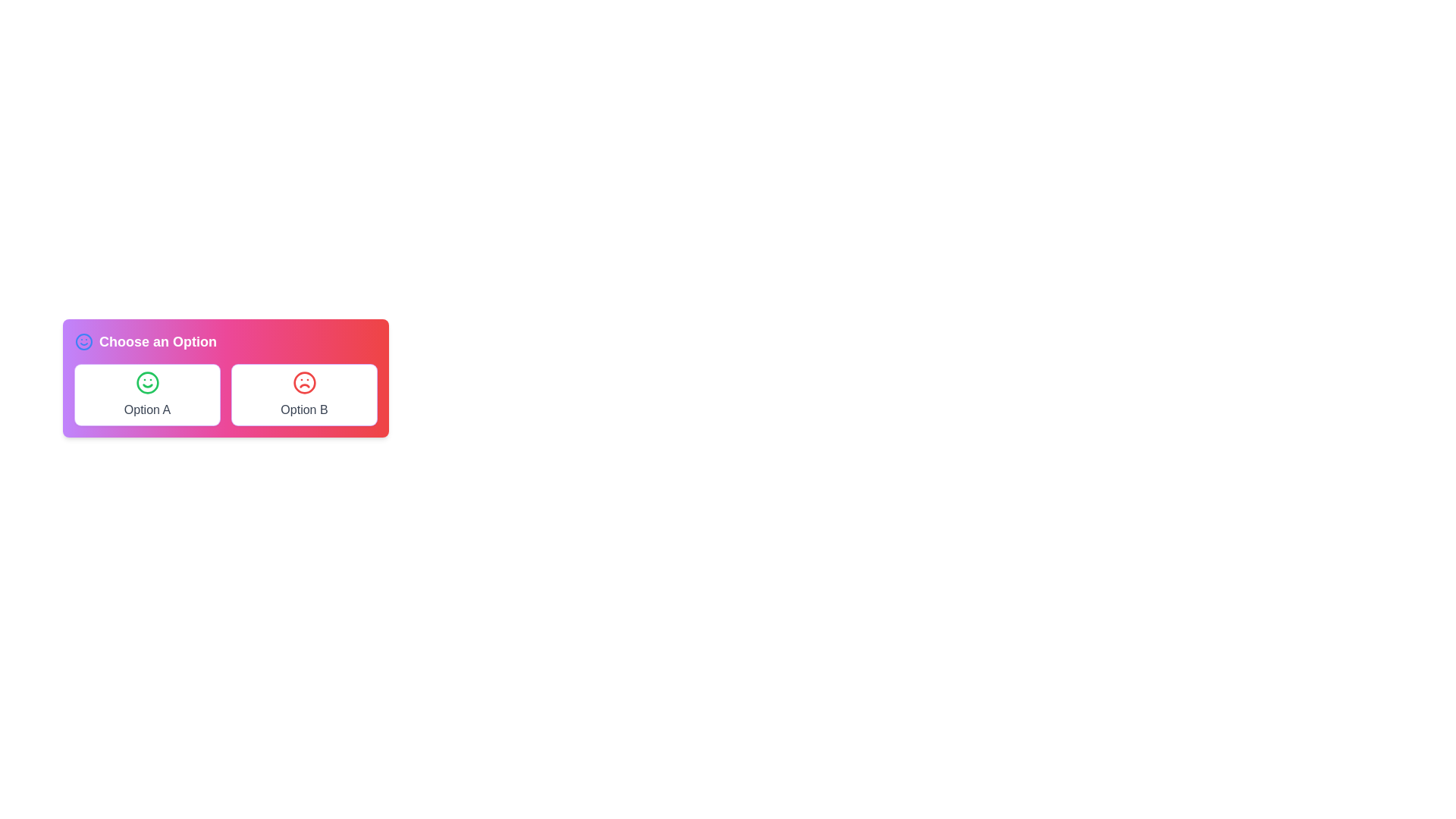 The height and width of the screenshot is (819, 1456). What do you see at coordinates (303, 394) in the screenshot?
I see `the interactive button representing 'Option B'` at bounding box center [303, 394].